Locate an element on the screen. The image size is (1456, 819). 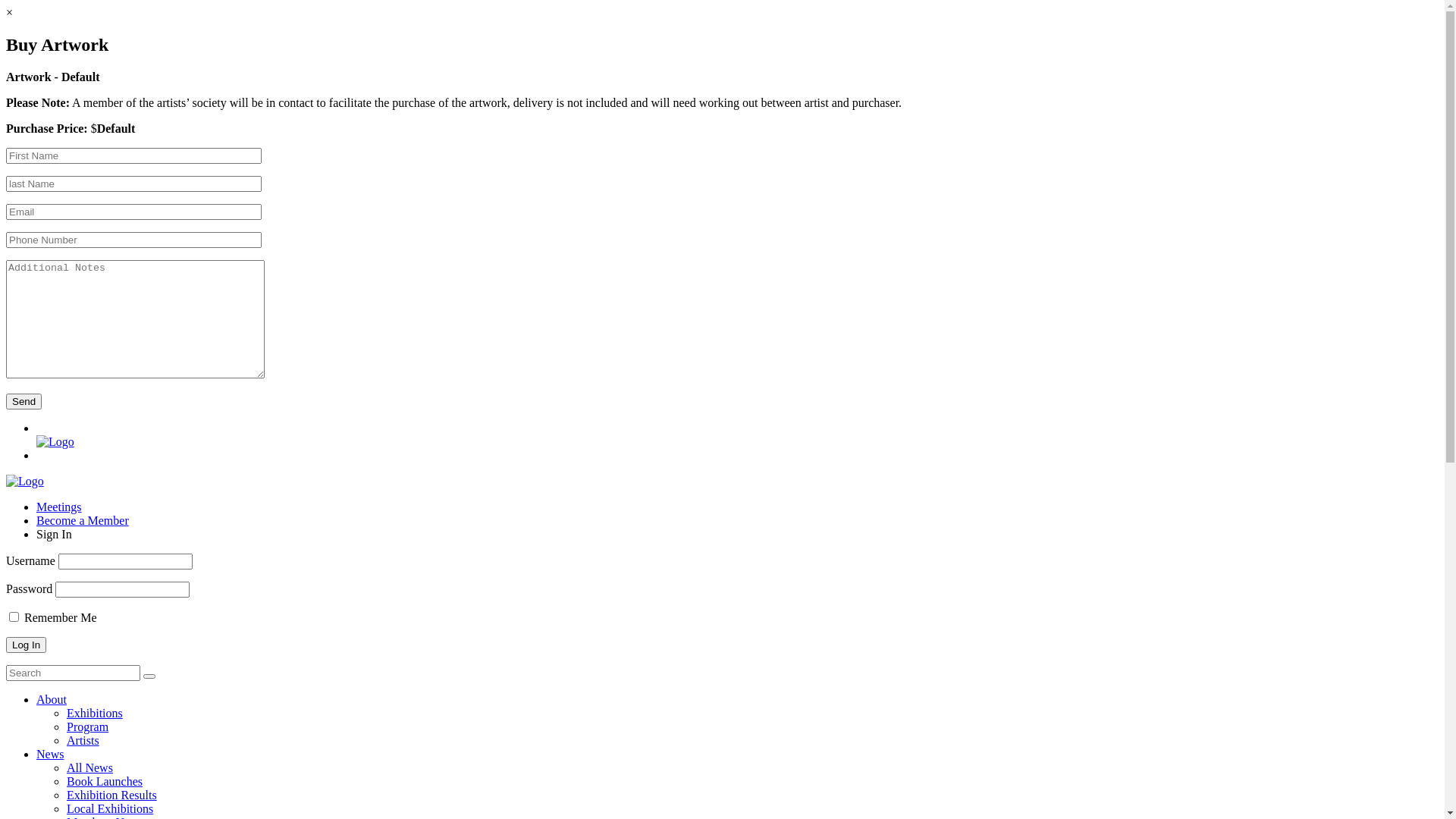
'Sign In' is located at coordinates (54, 533).